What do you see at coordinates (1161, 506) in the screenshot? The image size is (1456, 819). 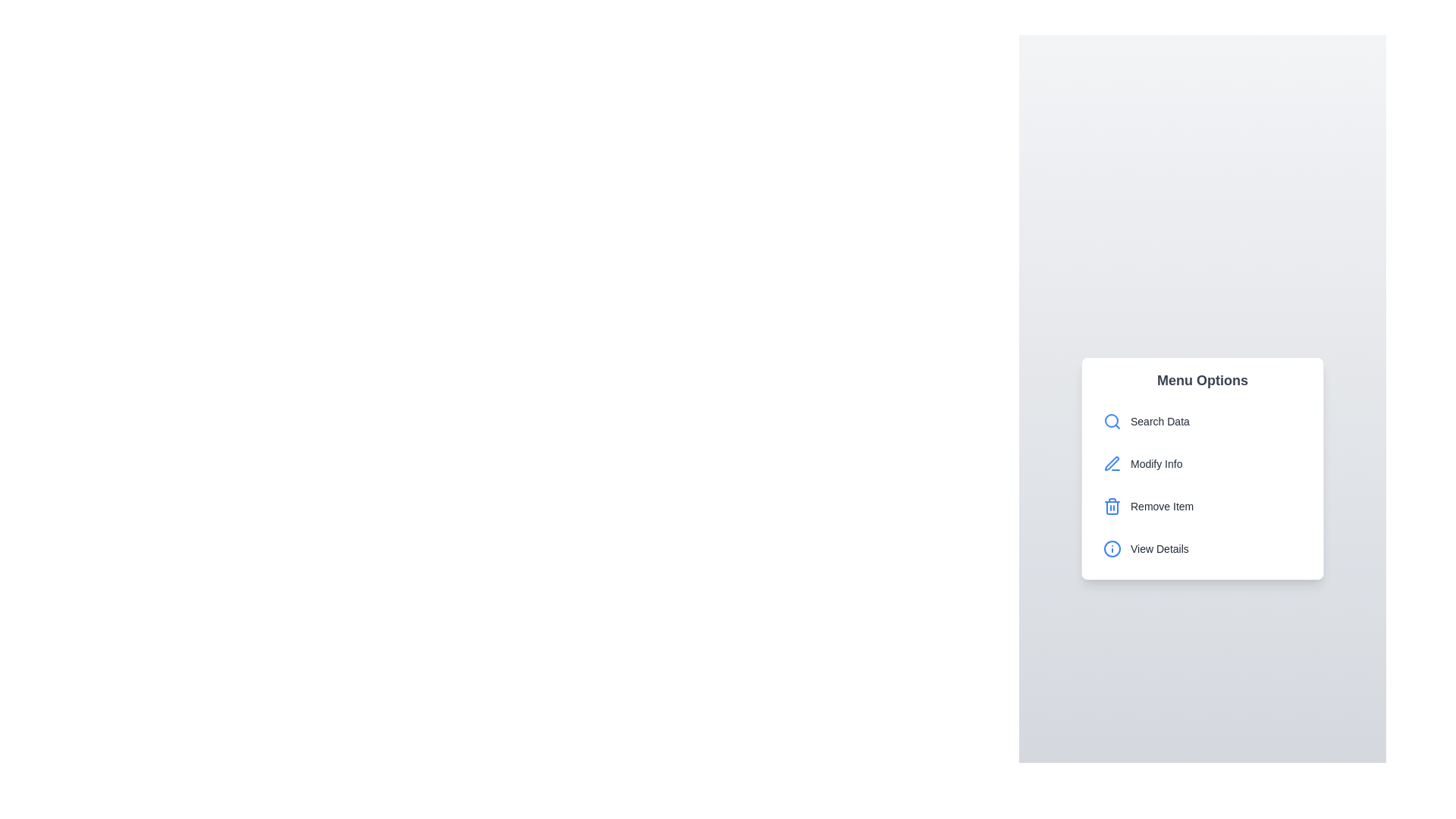 I see `the 'Remove Item' text label, which is styled in gray with a medium-sized font and located to the right of a trash bin icon in the menu options` at bounding box center [1161, 506].